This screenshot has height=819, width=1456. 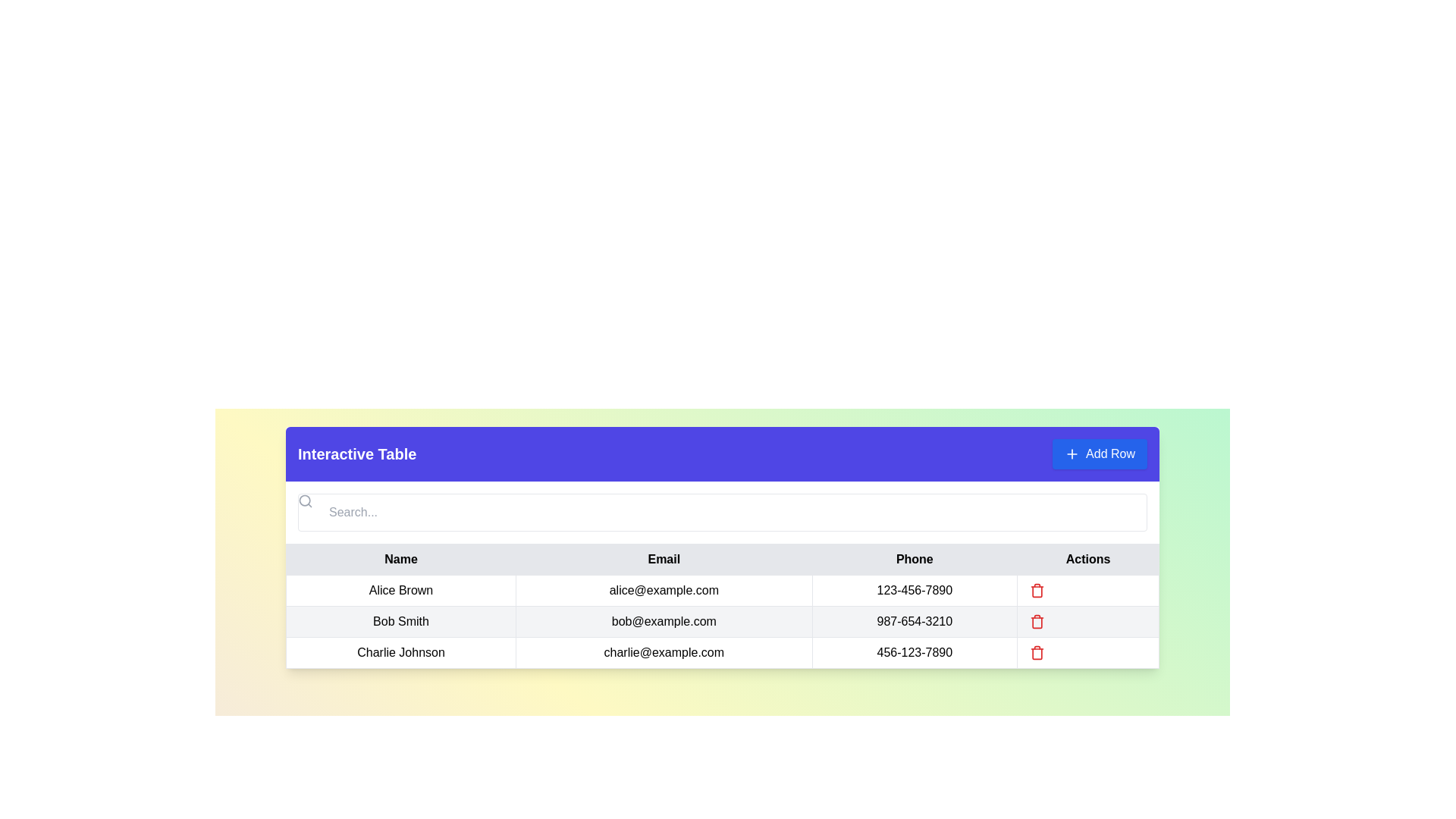 What do you see at coordinates (914, 651) in the screenshot?
I see `the phone number display in the third row of the interactive table under the 'Phone' column, which is located between the email 'charlie@example.com' and a blank cell` at bounding box center [914, 651].